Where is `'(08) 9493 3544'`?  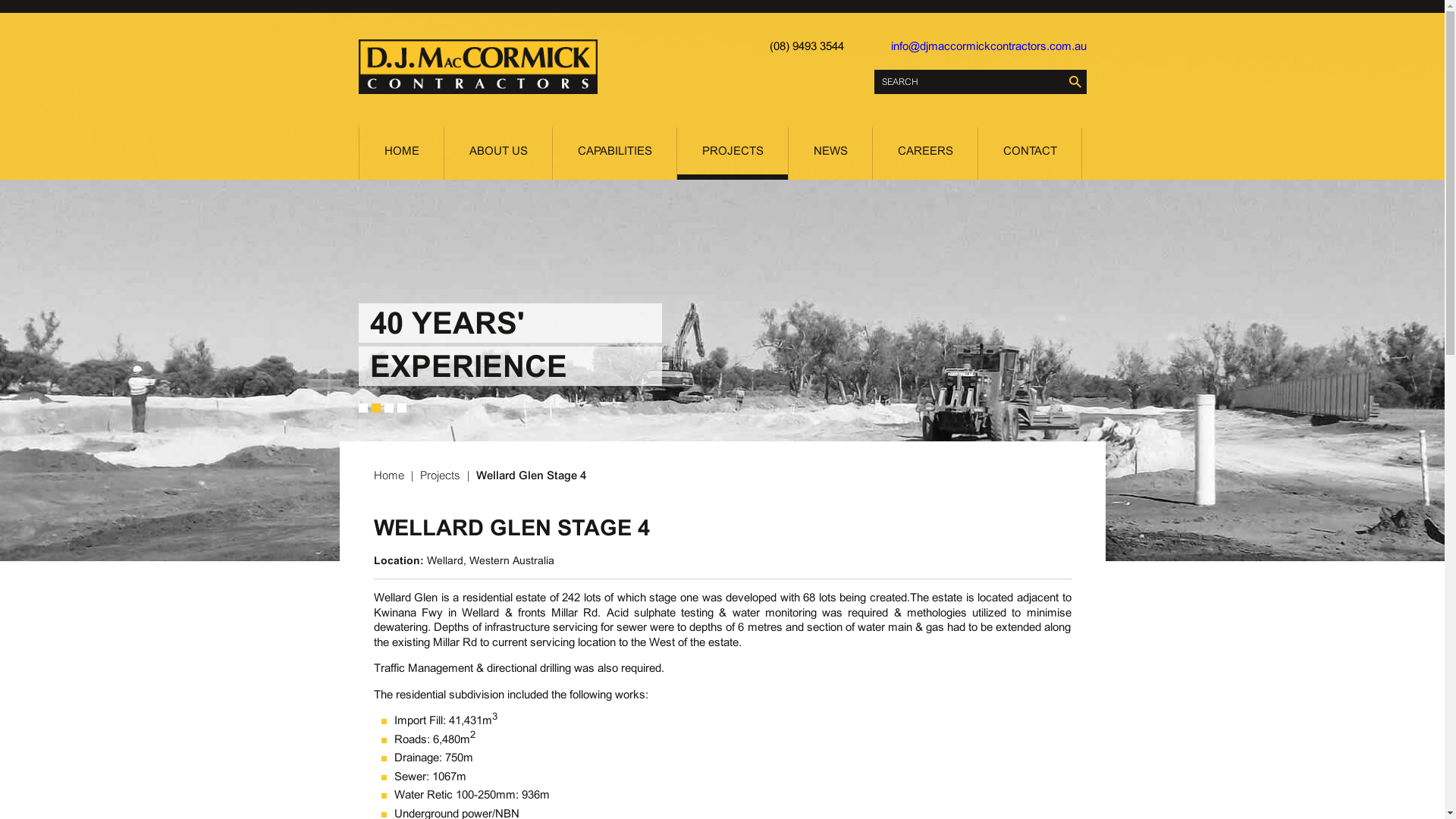 '(08) 9493 3544' is located at coordinates (805, 45).